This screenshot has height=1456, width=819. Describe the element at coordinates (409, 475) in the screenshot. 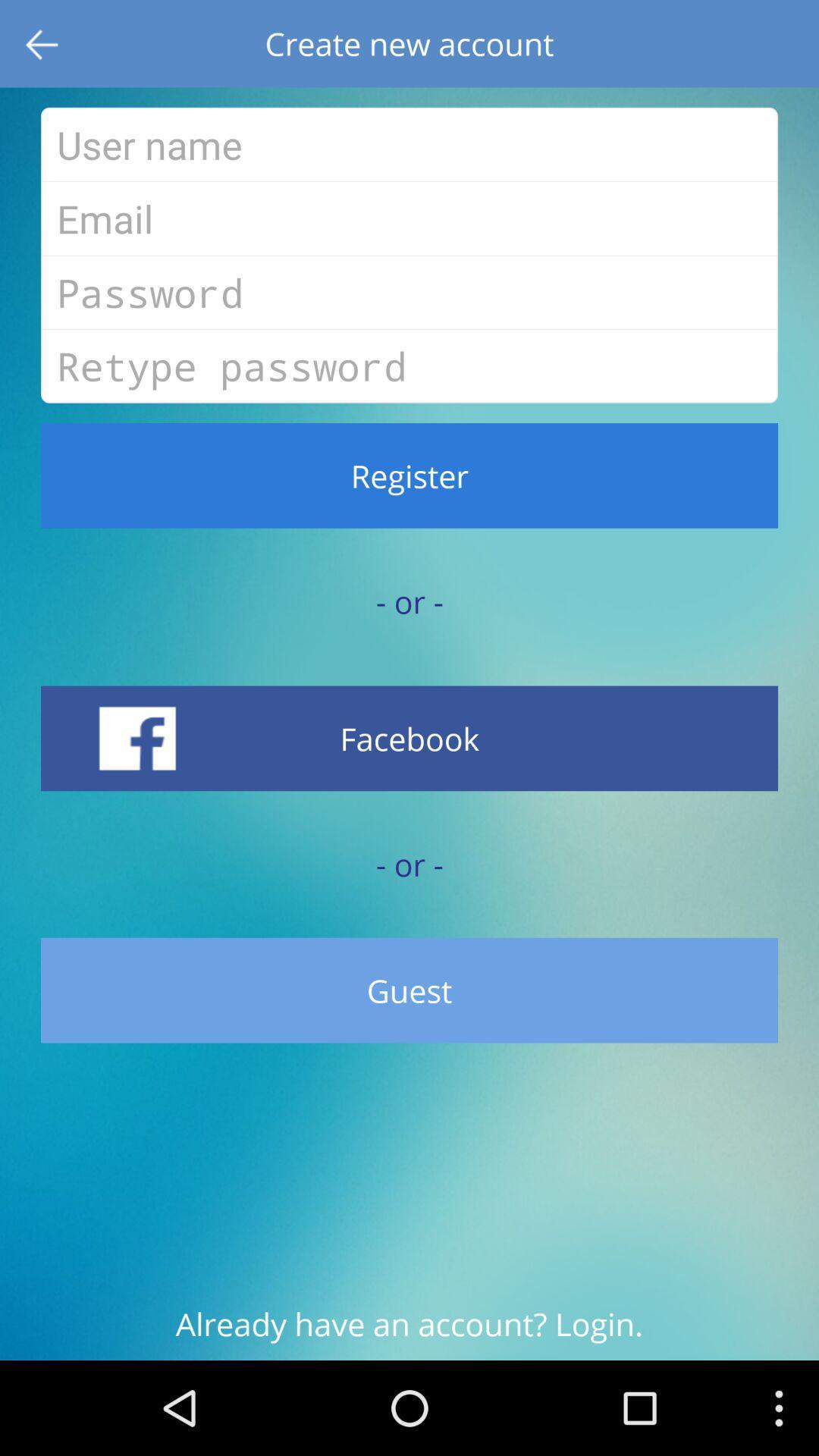

I see `register item` at that location.